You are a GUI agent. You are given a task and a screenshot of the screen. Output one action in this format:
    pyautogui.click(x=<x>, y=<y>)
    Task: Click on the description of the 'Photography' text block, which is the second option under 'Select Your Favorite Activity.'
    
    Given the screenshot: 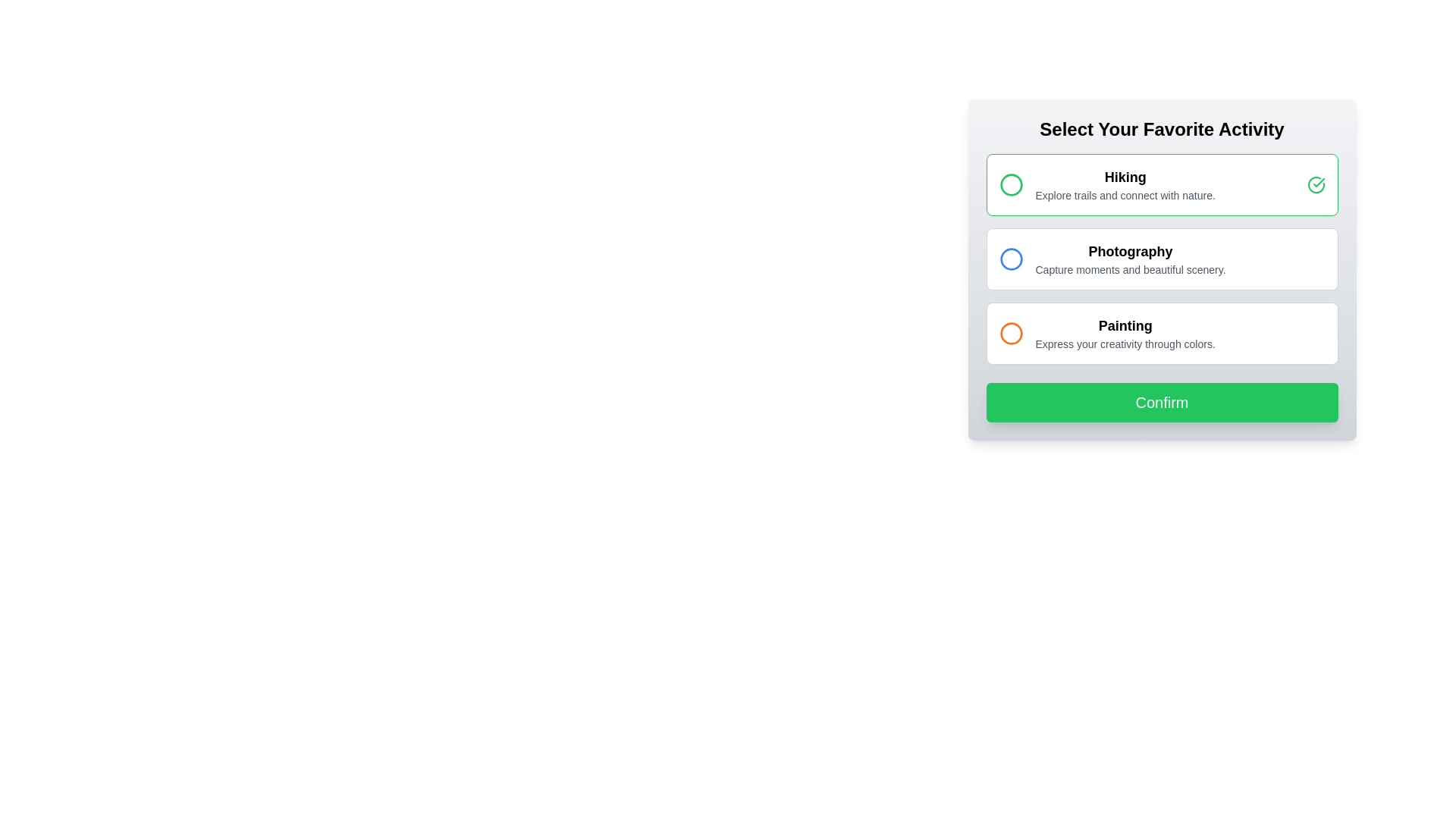 What is the action you would take?
    pyautogui.click(x=1131, y=259)
    